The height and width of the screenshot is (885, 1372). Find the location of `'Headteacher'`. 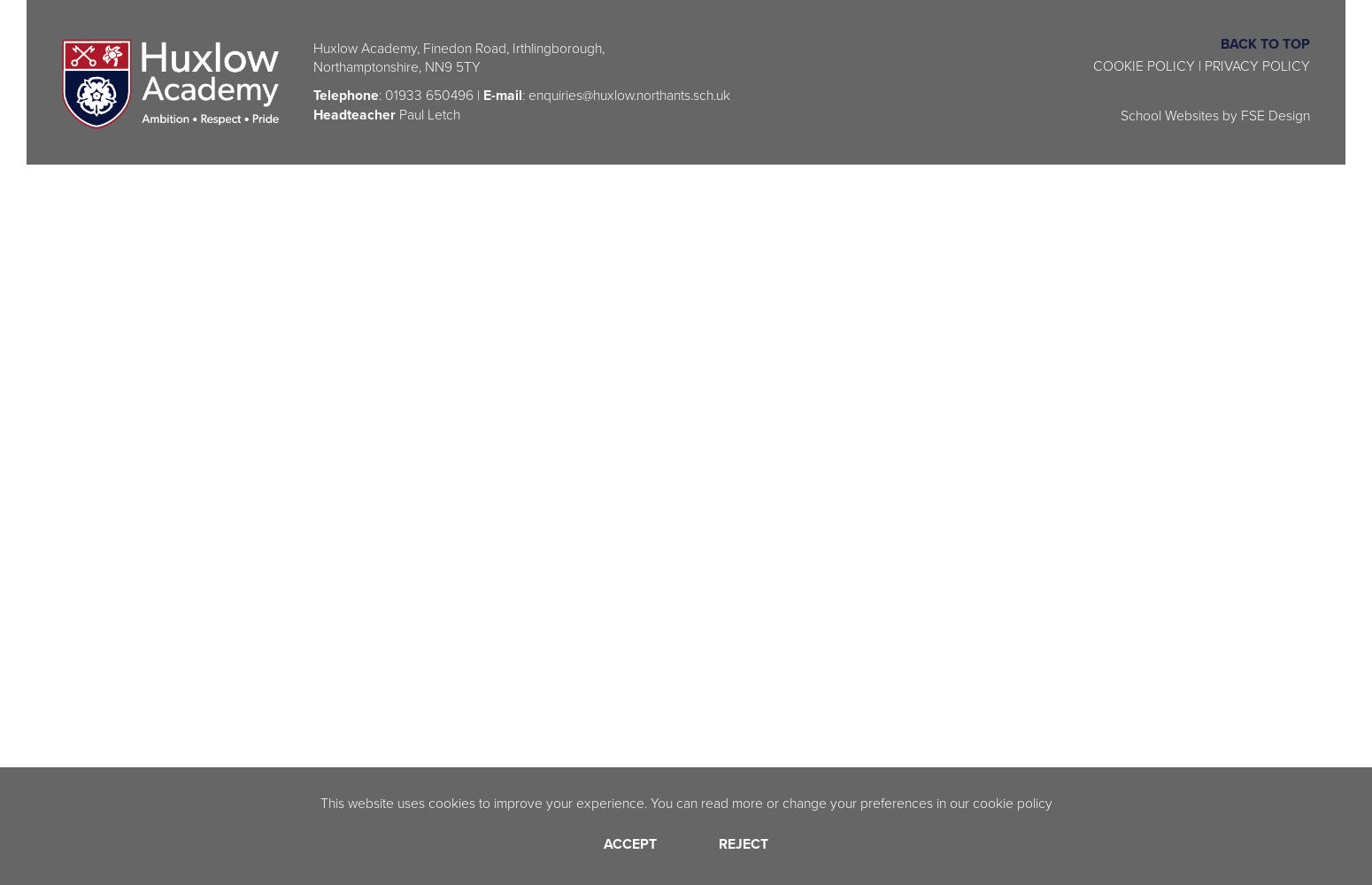

'Headteacher' is located at coordinates (353, 113).